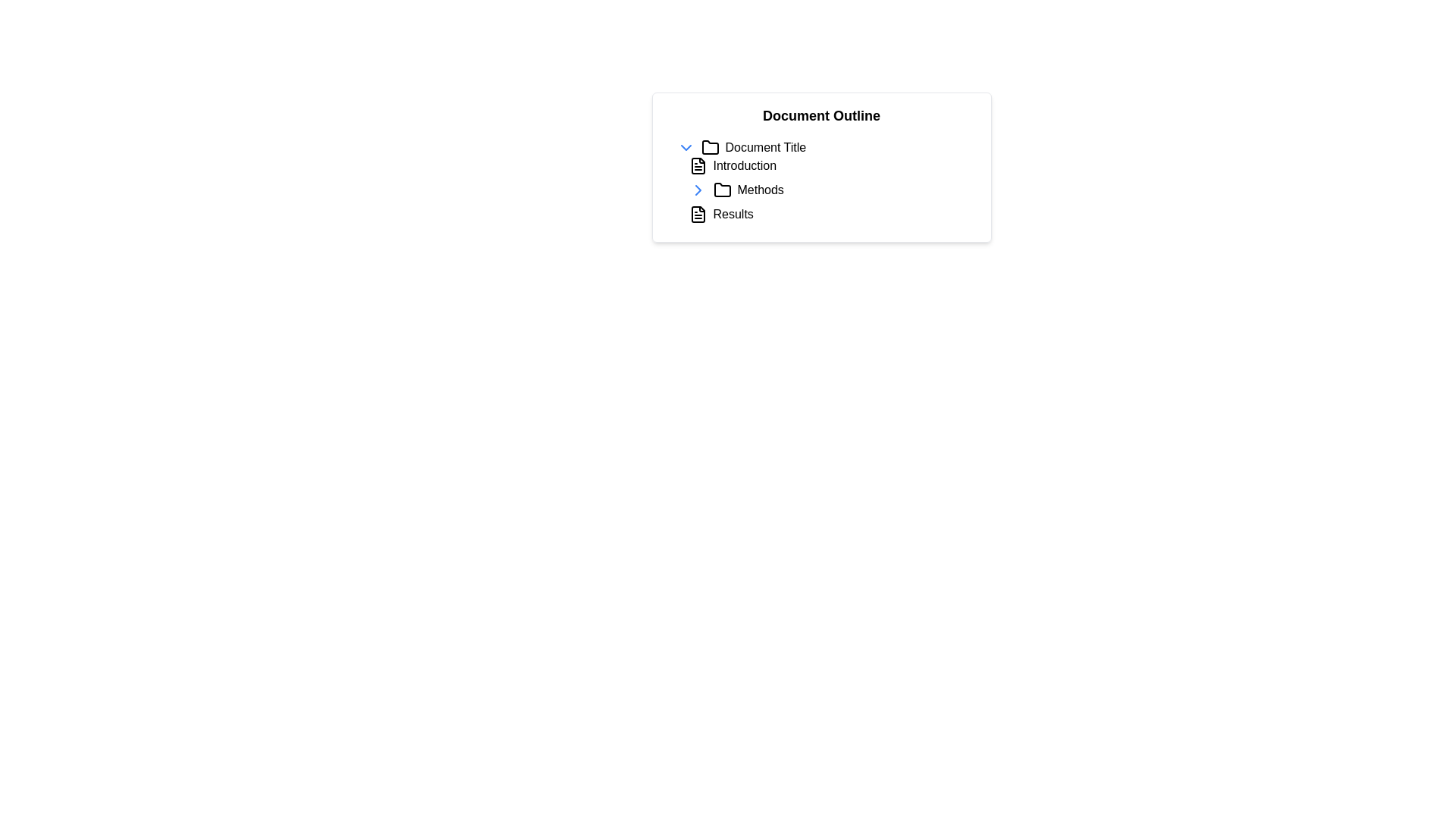 The image size is (1456, 819). I want to click on the minimalist outline folder icon representing the 'Methods' section, so click(721, 189).